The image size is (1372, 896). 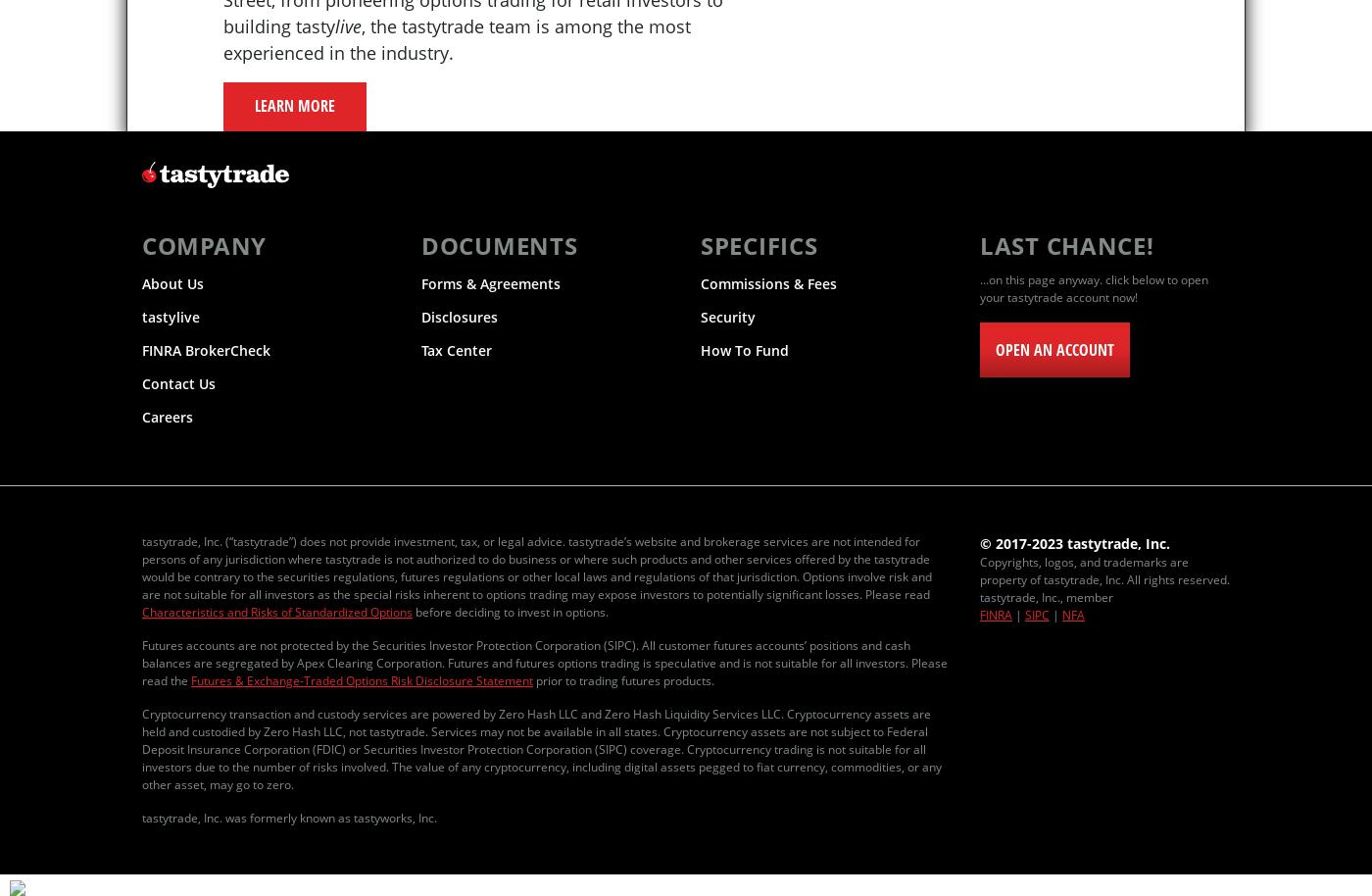 What do you see at coordinates (1066, 244) in the screenshot?
I see `'Last Chance!'` at bounding box center [1066, 244].